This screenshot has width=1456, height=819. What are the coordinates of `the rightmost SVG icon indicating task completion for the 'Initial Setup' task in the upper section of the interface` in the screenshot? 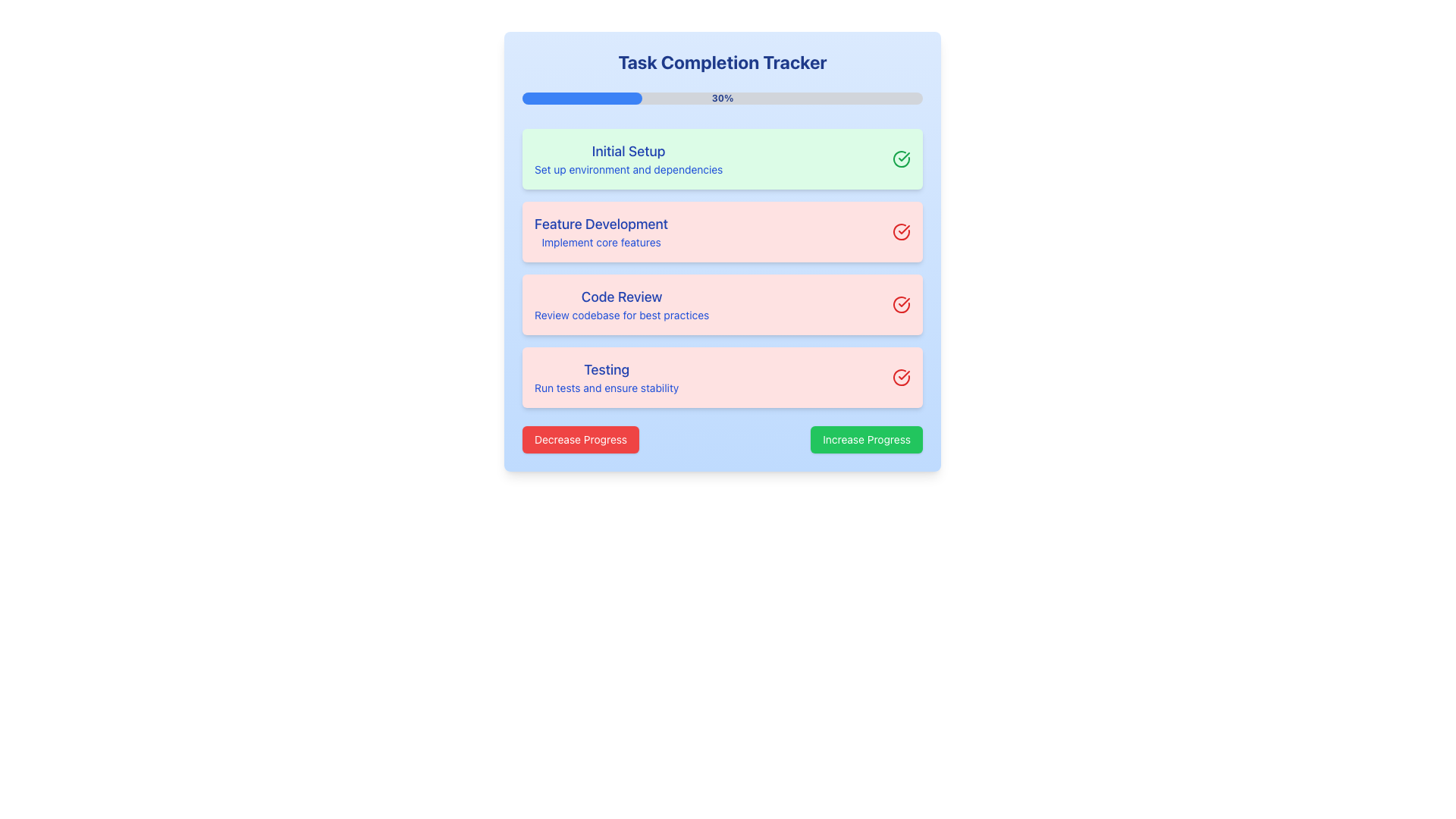 It's located at (902, 158).